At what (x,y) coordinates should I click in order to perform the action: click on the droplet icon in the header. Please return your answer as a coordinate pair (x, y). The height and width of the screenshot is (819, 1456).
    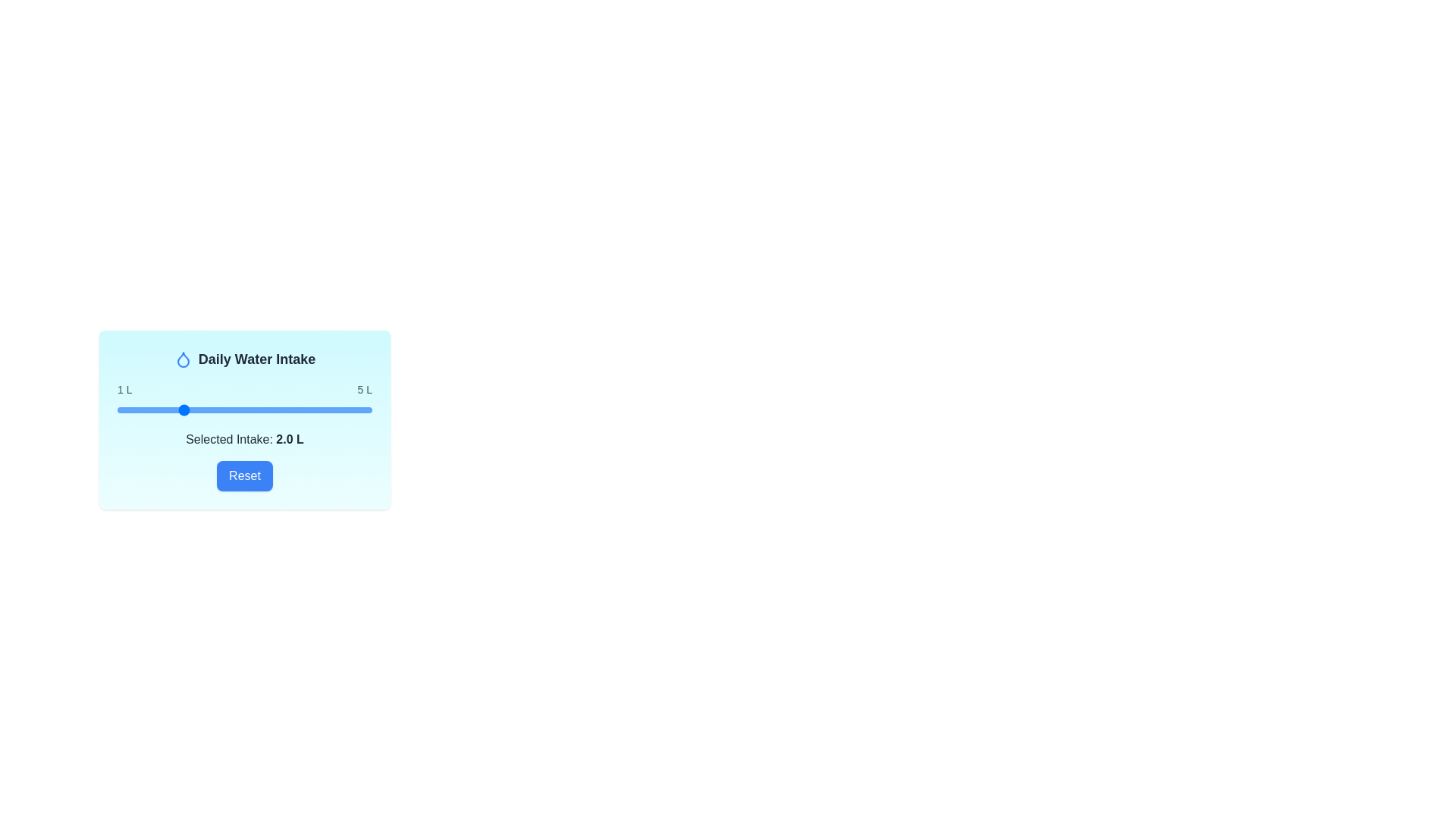
    Looking at the image, I should click on (182, 359).